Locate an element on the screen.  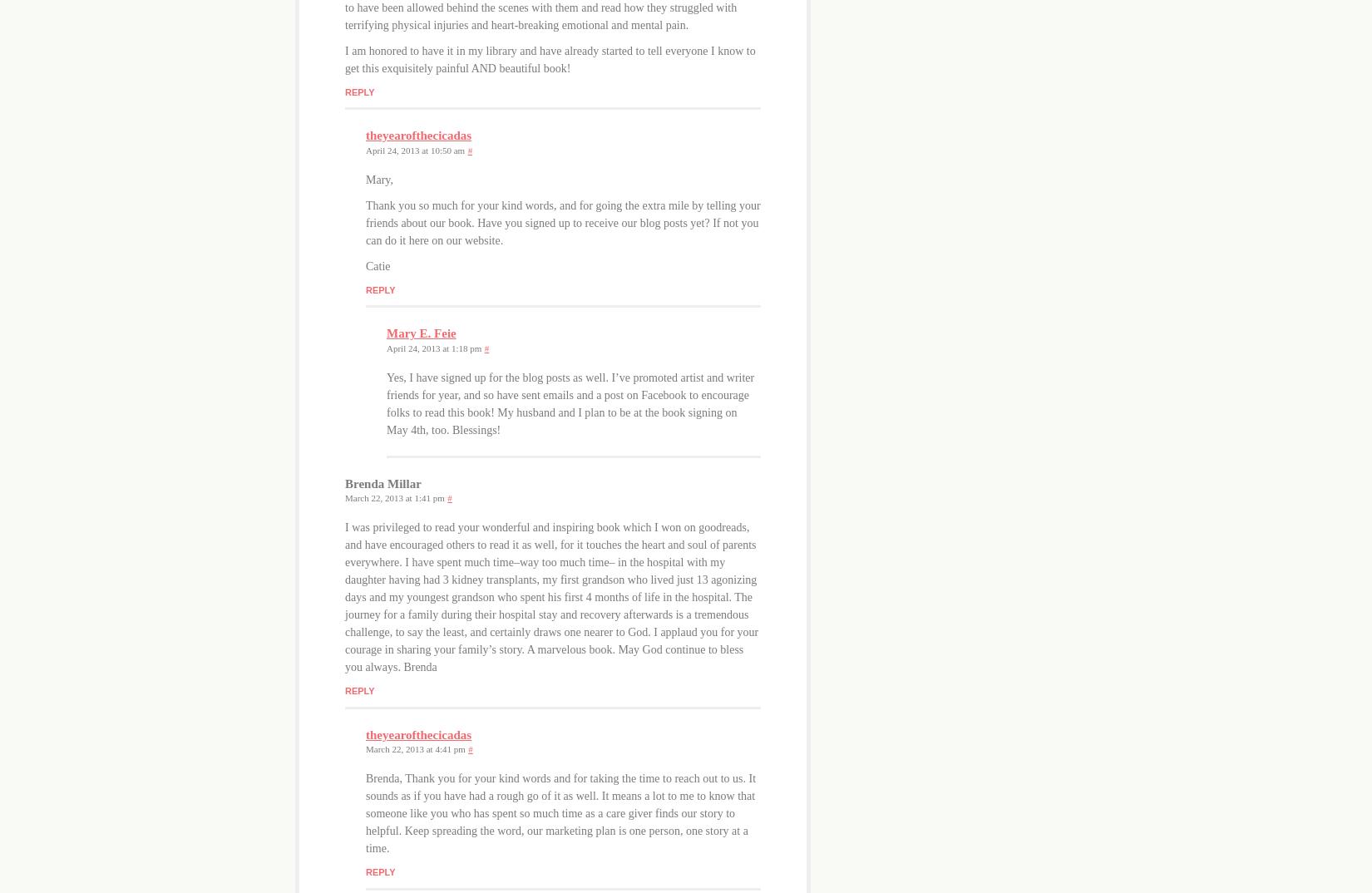
'April 24, 2013 at 10:50 am' is located at coordinates (414, 150).